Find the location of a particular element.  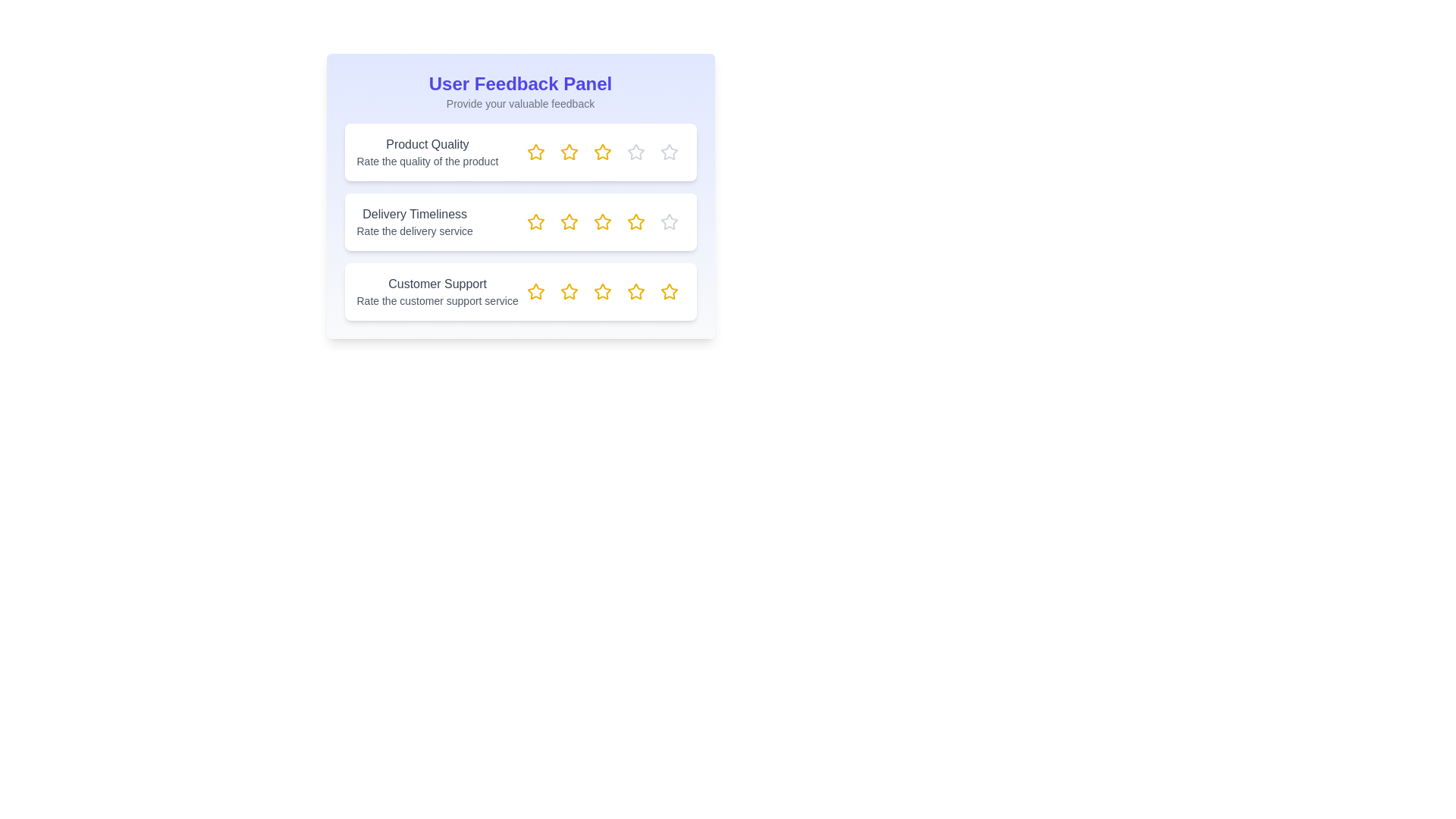

the rating for a feedback item to 1 stars is located at coordinates (535, 152).